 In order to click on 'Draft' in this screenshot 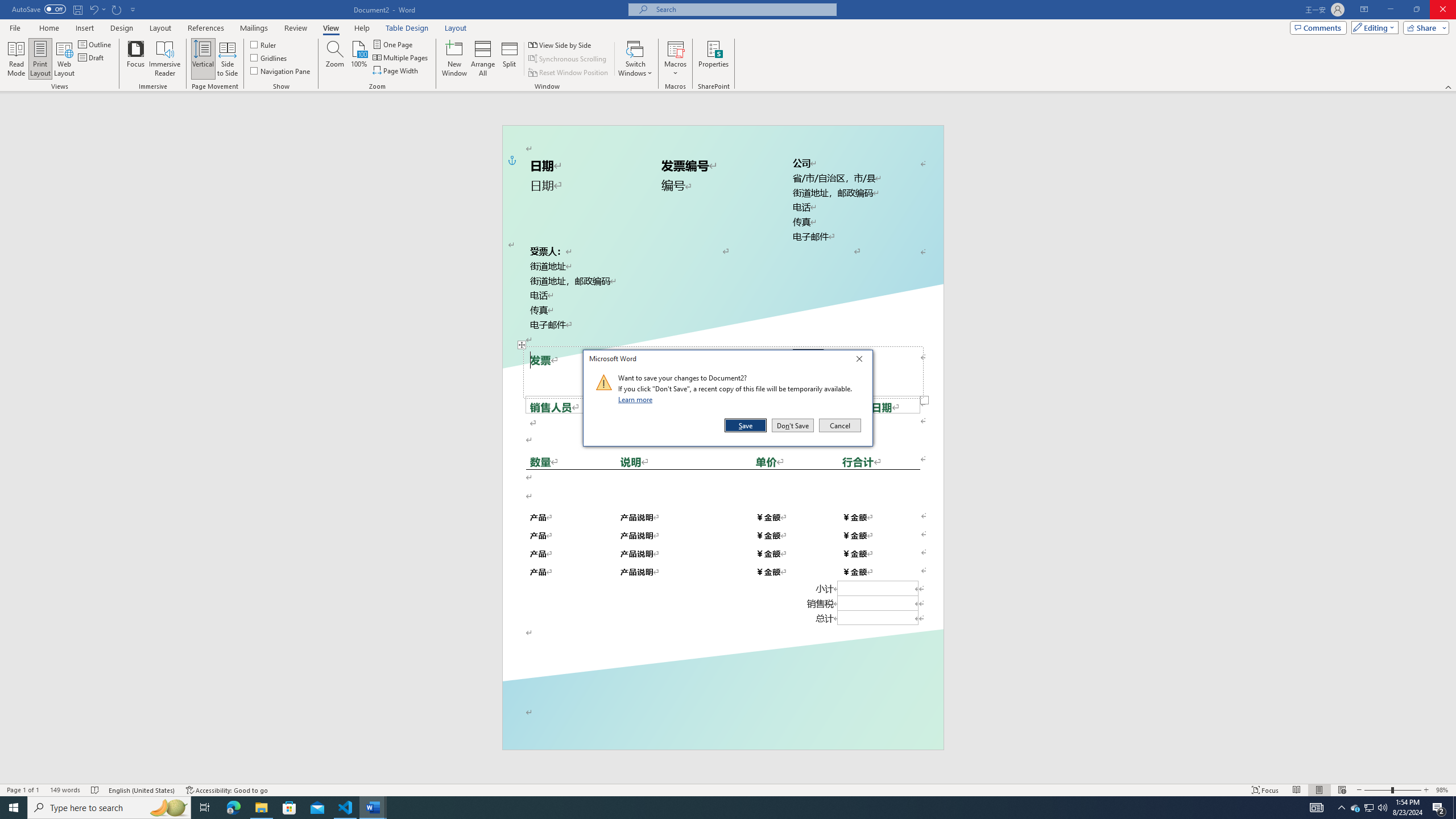, I will do `click(91, 56)`.